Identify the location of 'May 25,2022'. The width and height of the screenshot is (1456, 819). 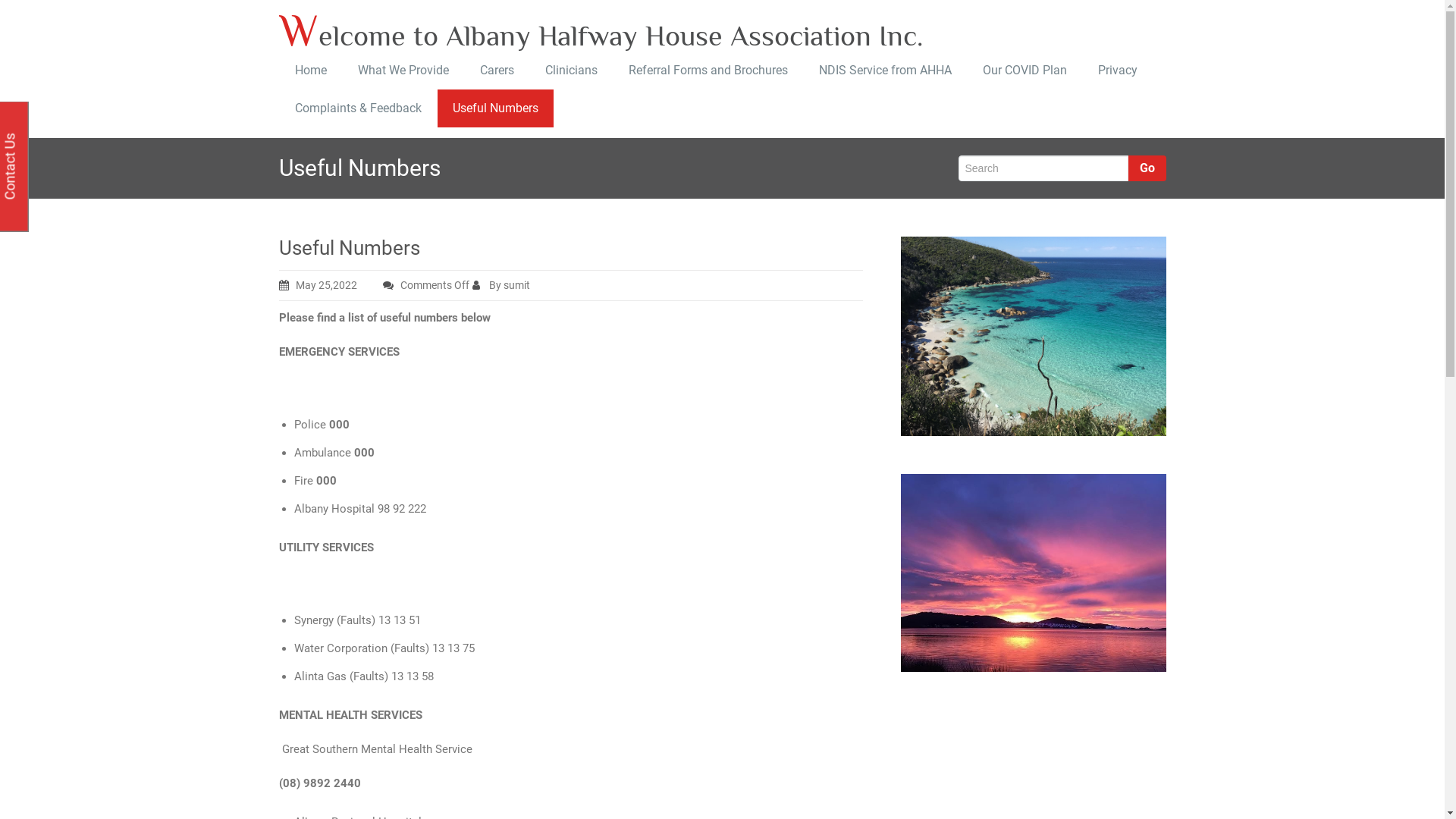
(279, 284).